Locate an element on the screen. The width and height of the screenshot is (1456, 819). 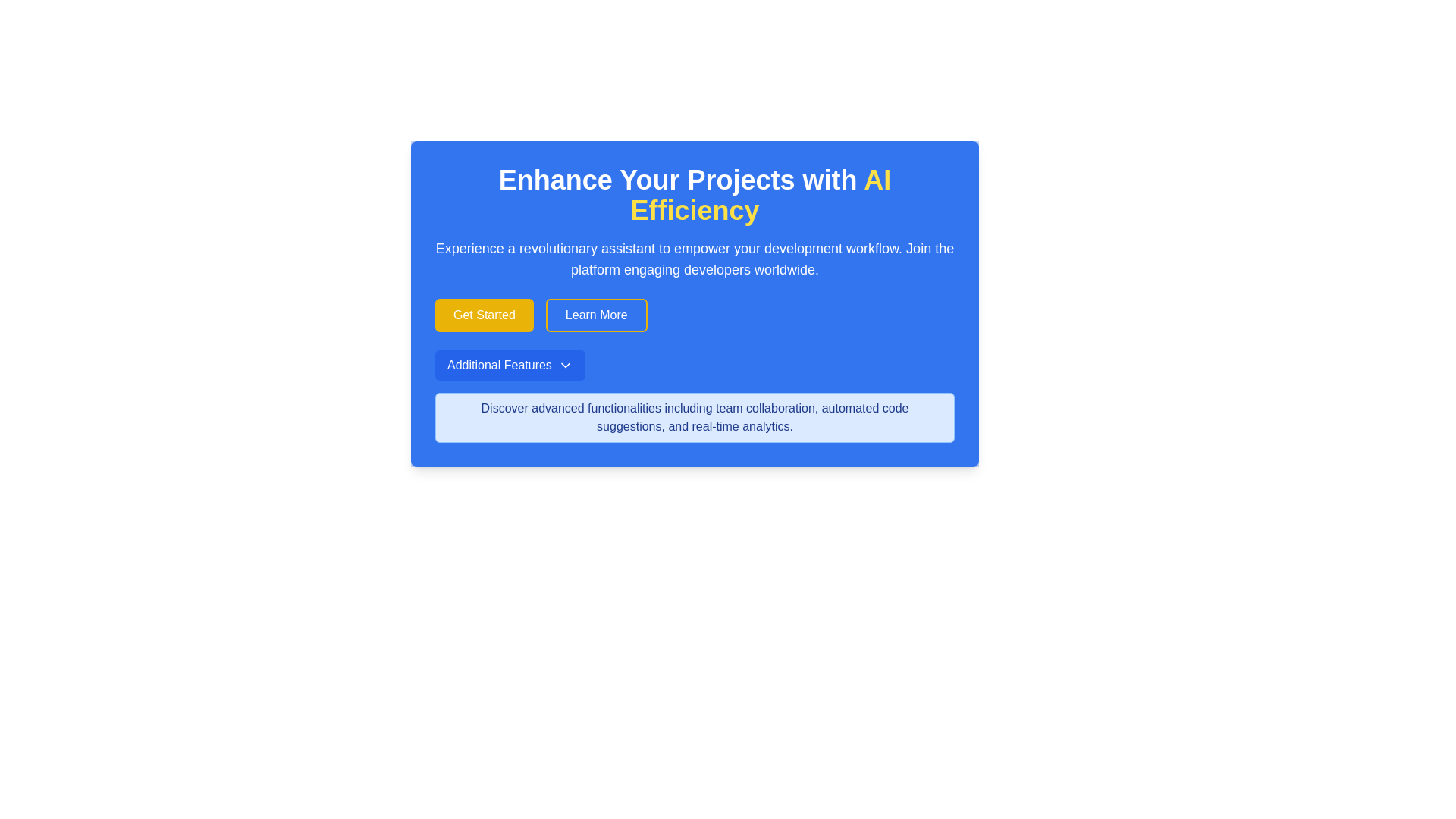
the 'Learn More' button, which has a transparent background and changes to a yellow background with blue text on hover, located to the right of the 'Get Started' button is located at coordinates (595, 315).